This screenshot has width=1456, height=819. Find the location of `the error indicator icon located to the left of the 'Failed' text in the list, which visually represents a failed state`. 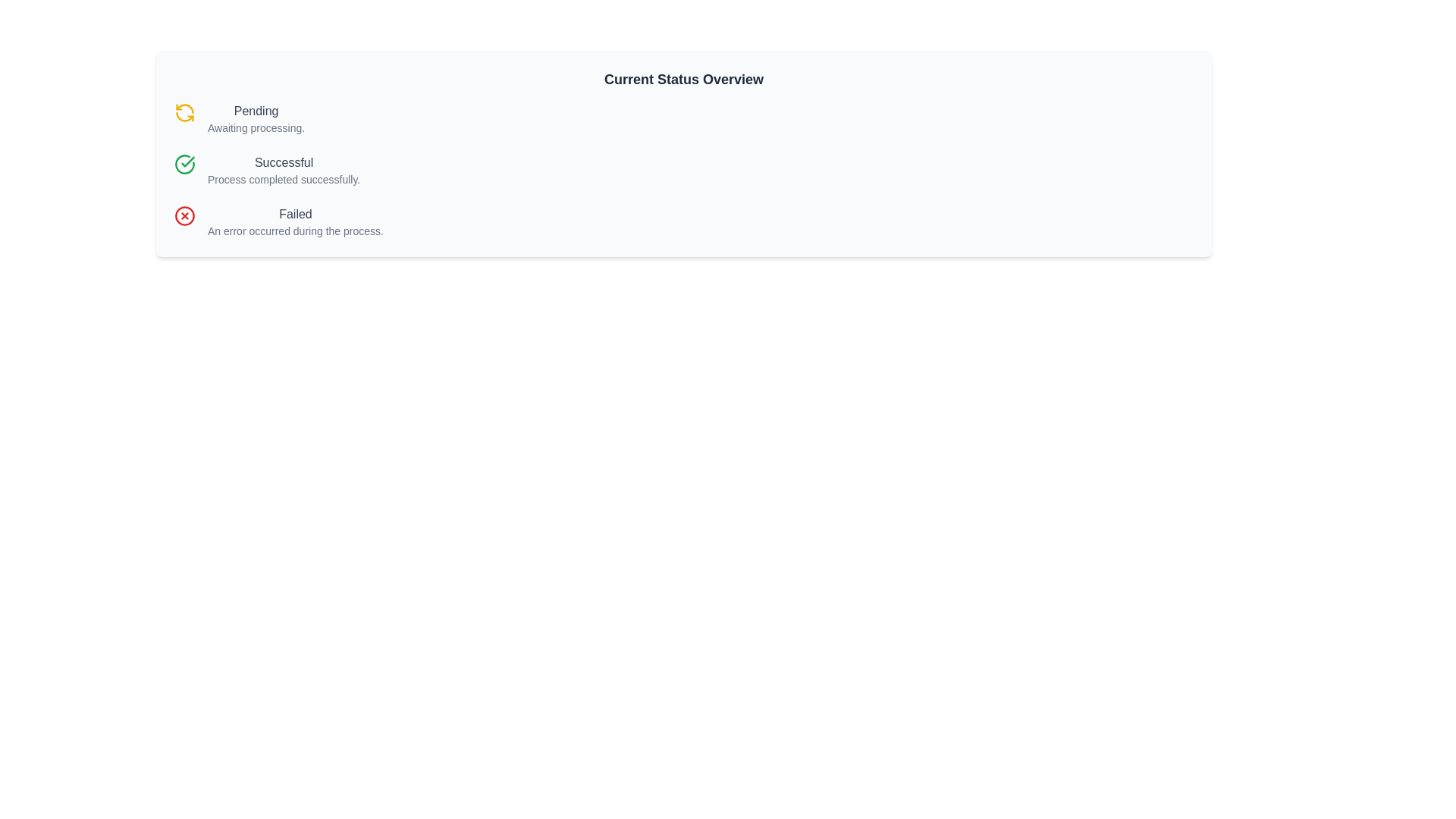

the error indicator icon located to the left of the 'Failed' text in the list, which visually represents a failed state is located at coordinates (184, 216).